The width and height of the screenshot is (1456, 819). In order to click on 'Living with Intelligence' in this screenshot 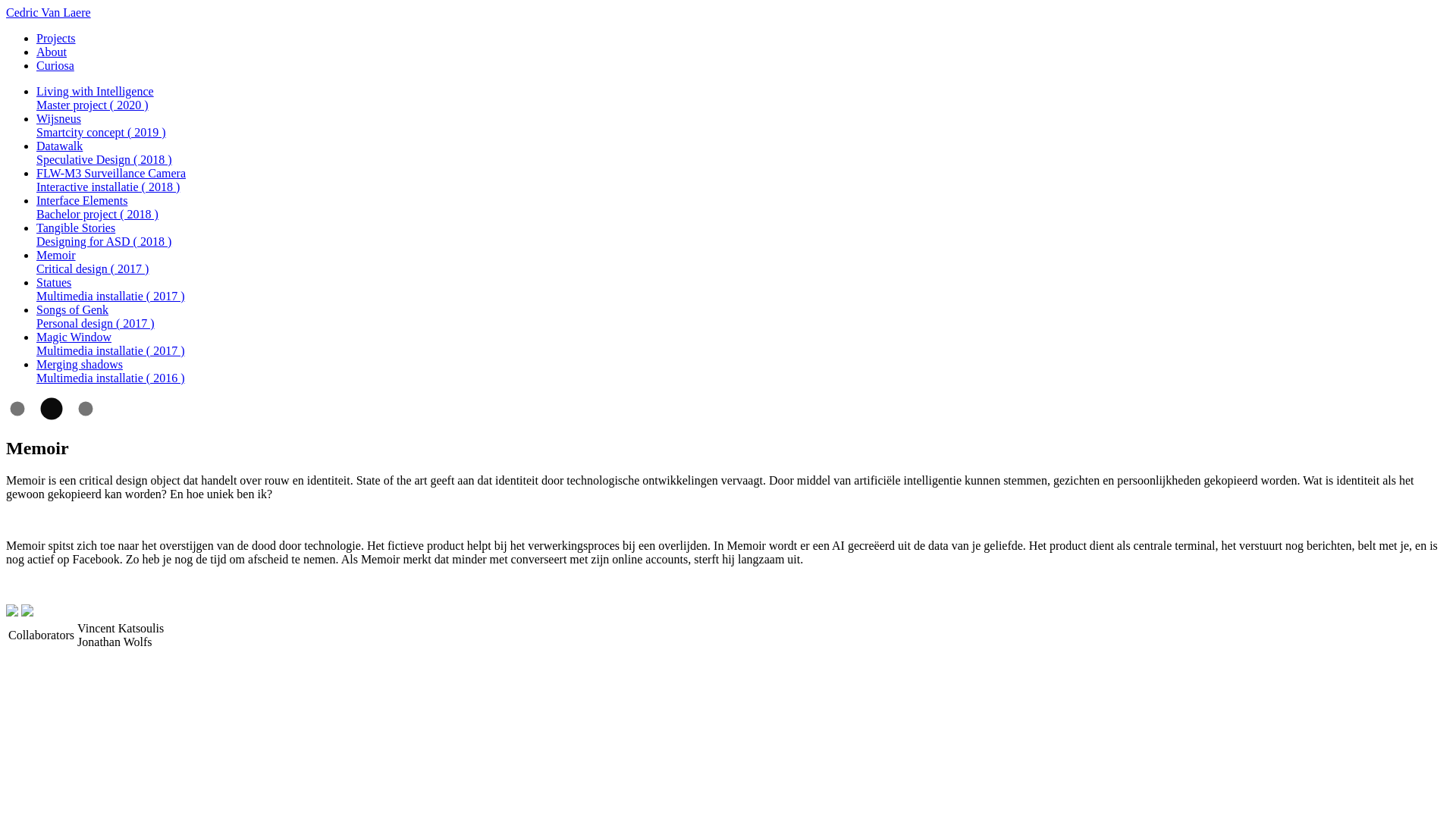, I will do `click(94, 91)`.